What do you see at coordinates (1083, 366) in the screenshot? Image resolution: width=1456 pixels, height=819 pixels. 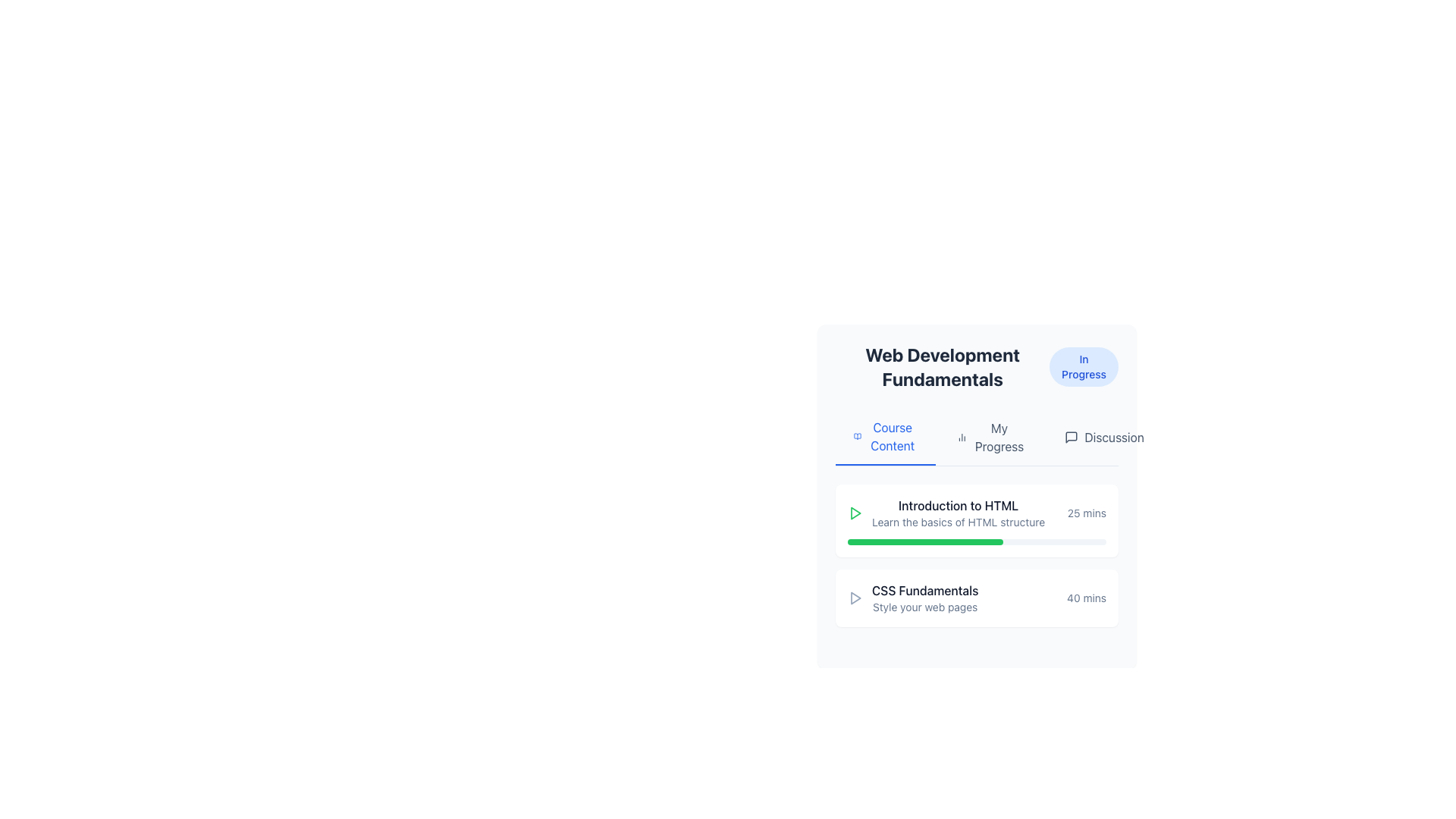 I see `the Status badge with blue background and white text labeled 'In Progress'` at bounding box center [1083, 366].